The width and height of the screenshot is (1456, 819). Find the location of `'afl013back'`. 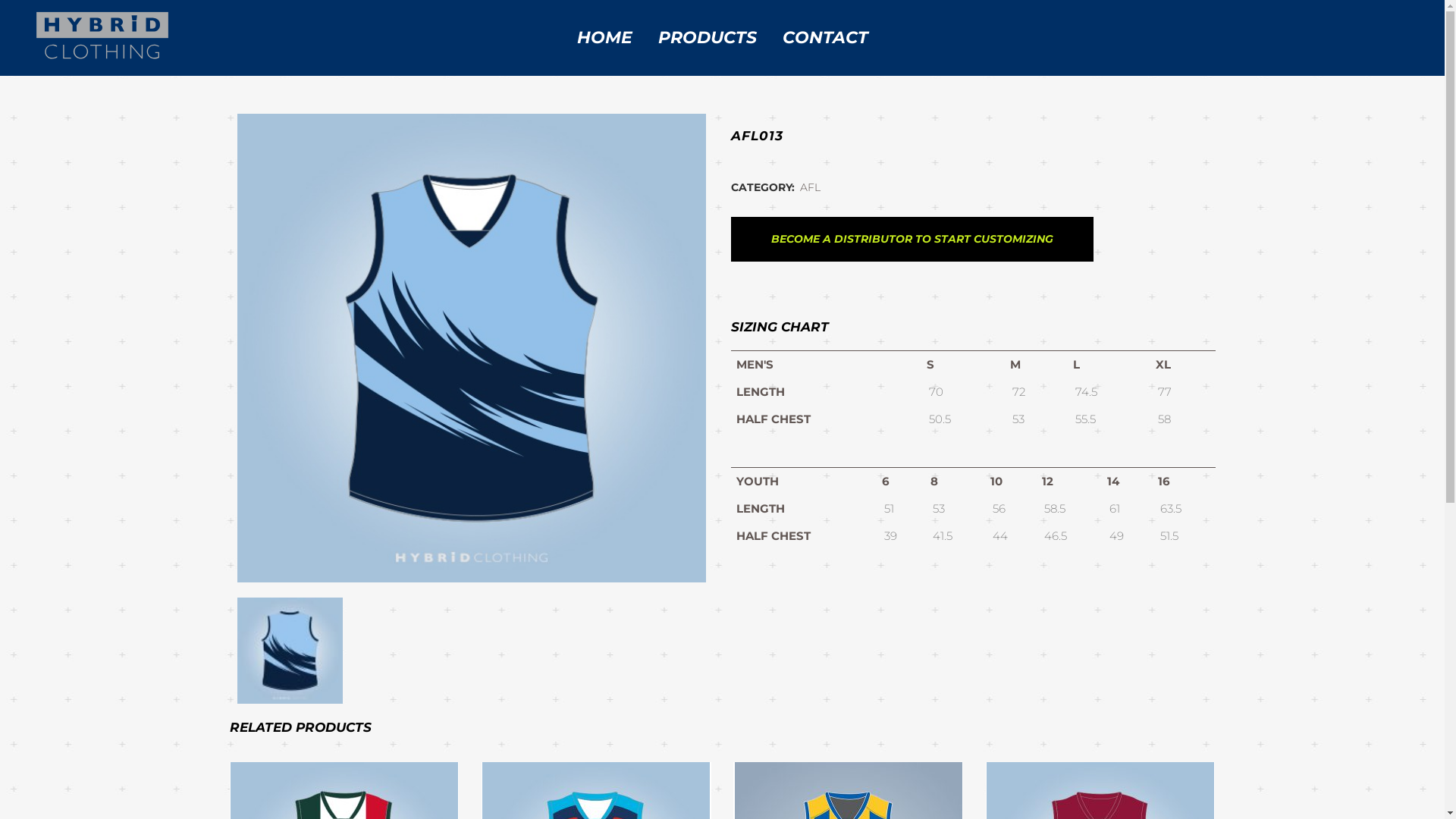

'afl013back' is located at coordinates (290, 649).